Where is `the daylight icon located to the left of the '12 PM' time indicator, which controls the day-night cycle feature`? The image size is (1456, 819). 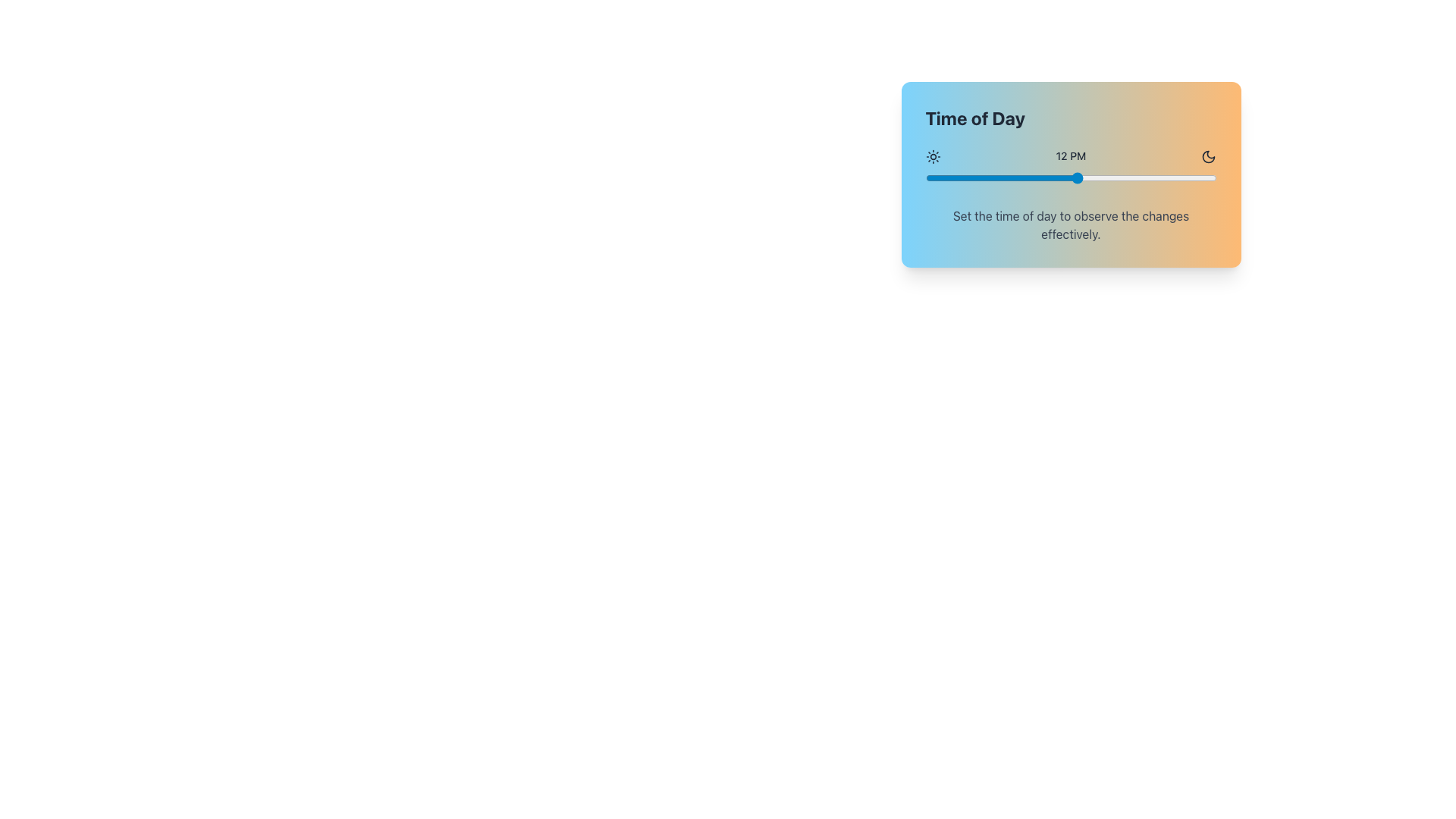 the daylight icon located to the left of the '12 PM' time indicator, which controls the day-night cycle feature is located at coordinates (932, 156).